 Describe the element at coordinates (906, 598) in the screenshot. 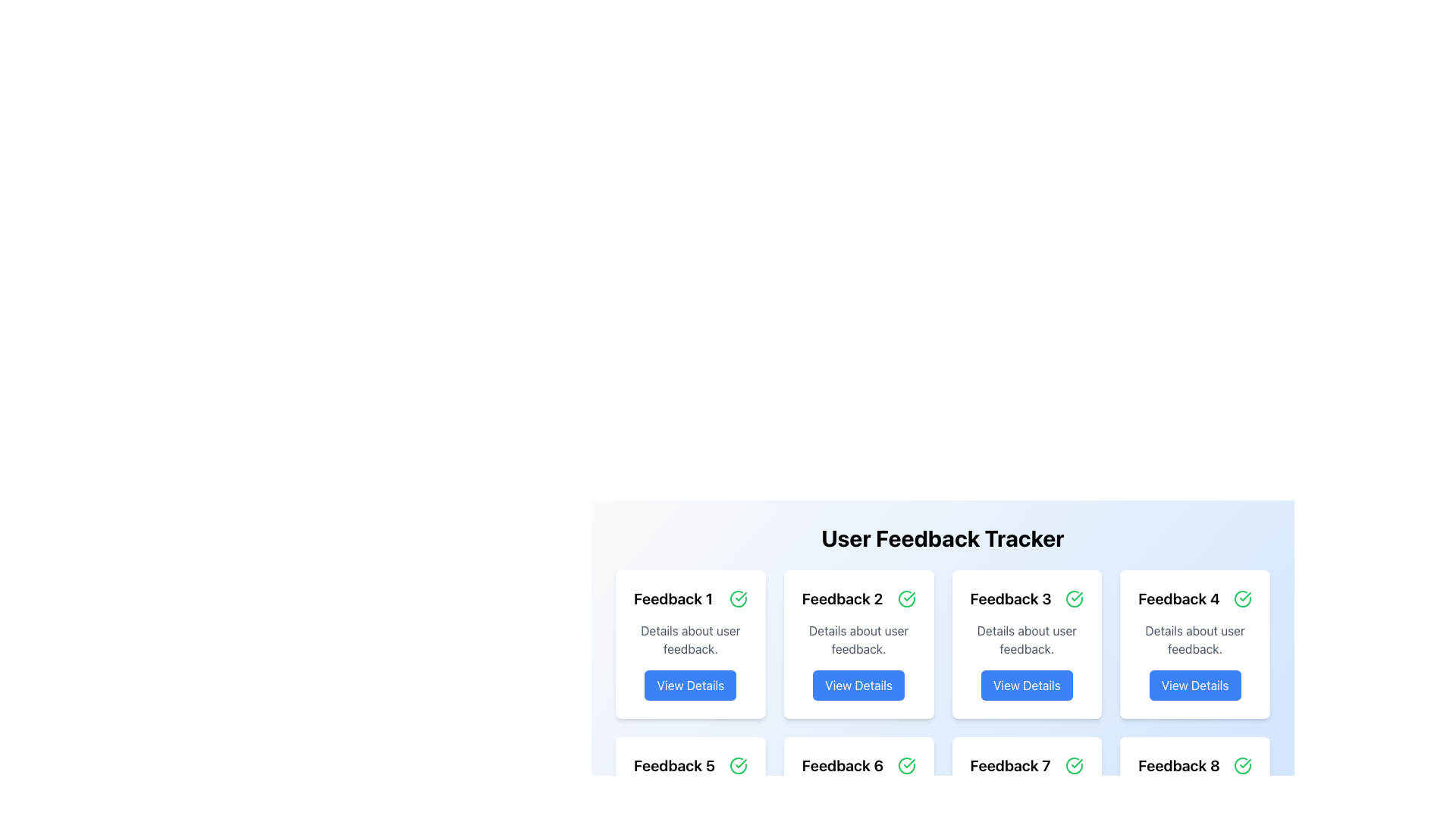

I see `the status represented by the circular green checkmark icon located in the 'Feedback 2' section, which indicates confirmation or success` at that location.